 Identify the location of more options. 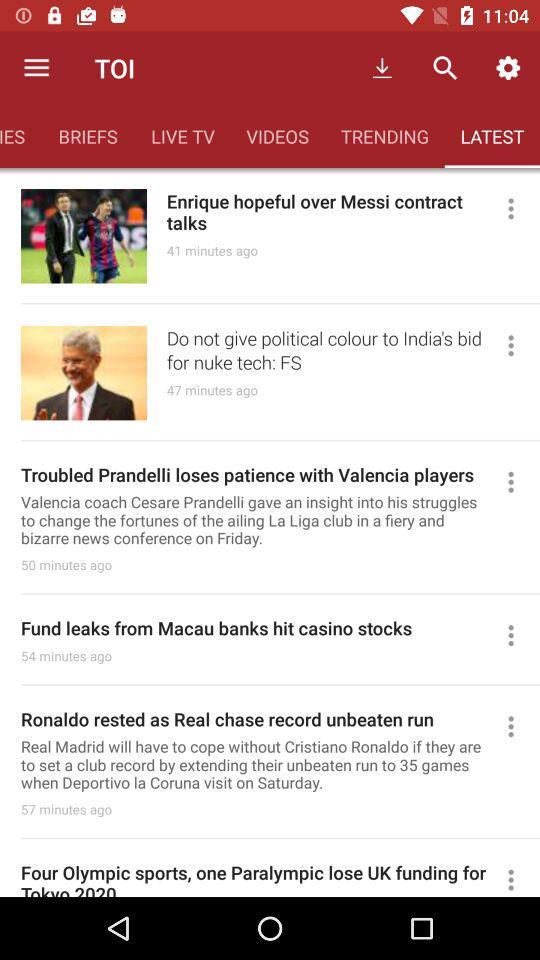
(519, 208).